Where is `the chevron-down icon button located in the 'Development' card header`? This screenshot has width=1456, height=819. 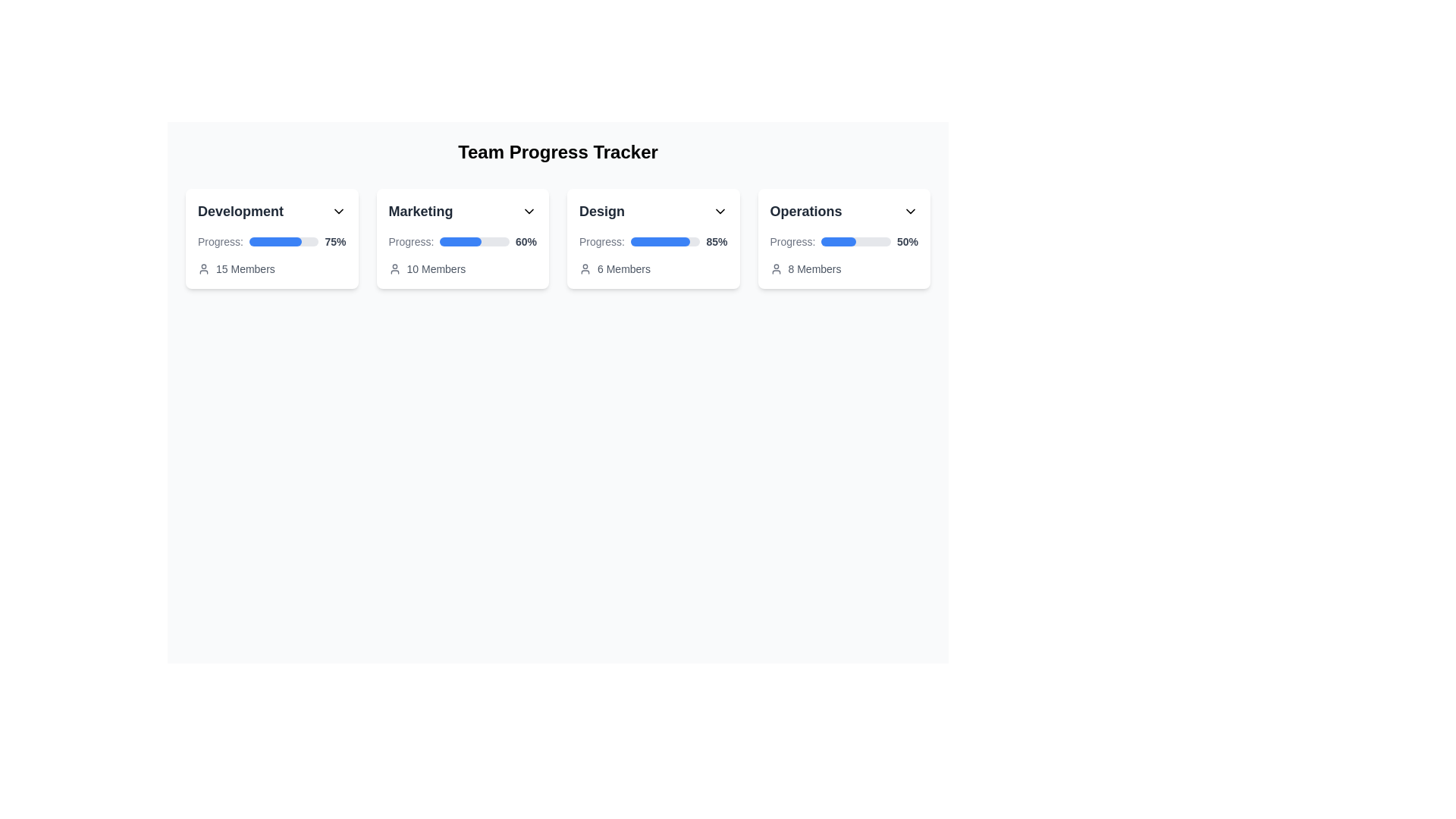
the chevron-down icon button located in the 'Development' card header is located at coordinates (337, 211).